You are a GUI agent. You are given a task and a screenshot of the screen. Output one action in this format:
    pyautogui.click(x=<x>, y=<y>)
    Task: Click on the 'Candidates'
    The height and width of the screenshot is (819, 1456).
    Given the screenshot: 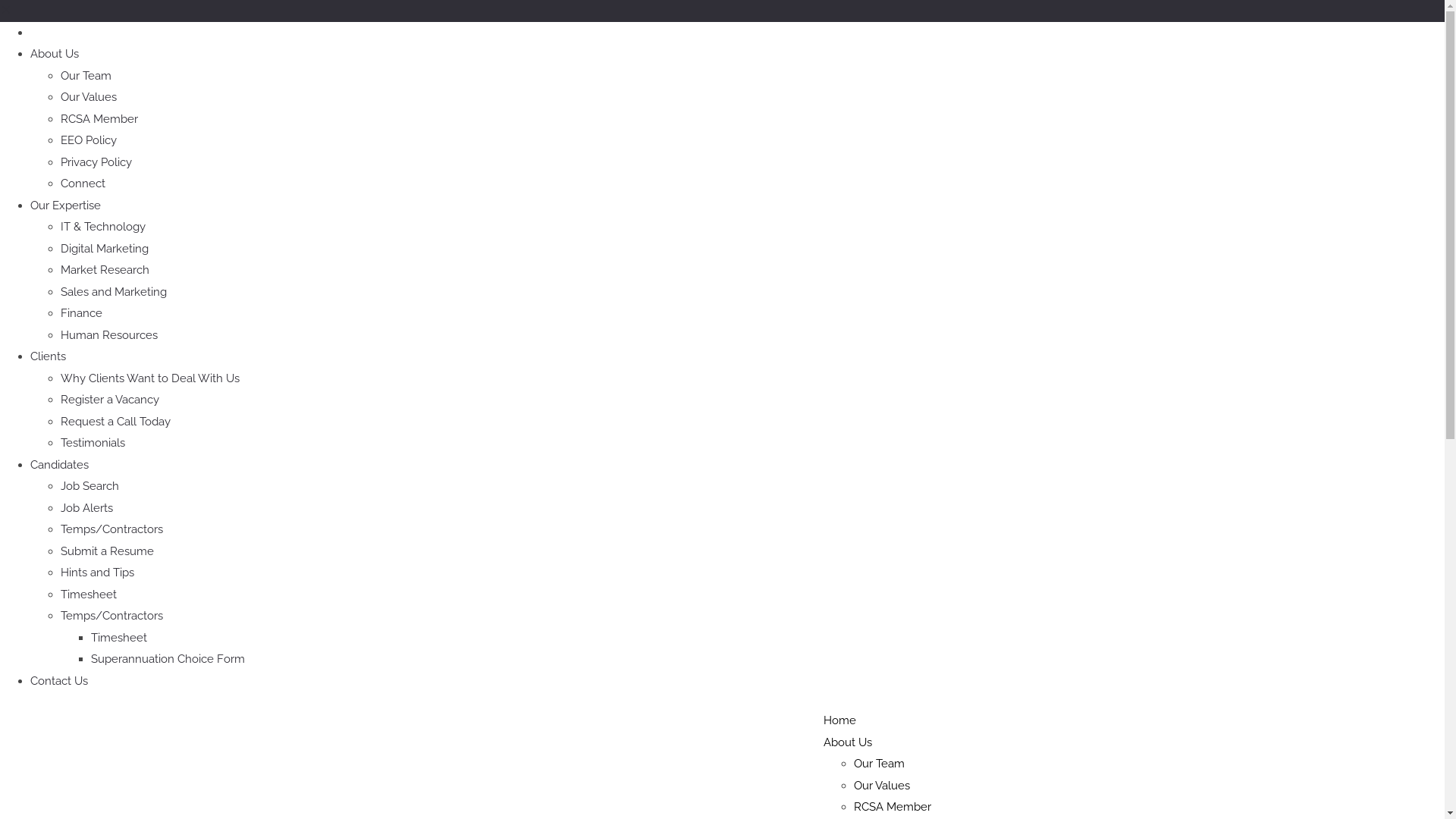 What is the action you would take?
    pyautogui.click(x=59, y=464)
    